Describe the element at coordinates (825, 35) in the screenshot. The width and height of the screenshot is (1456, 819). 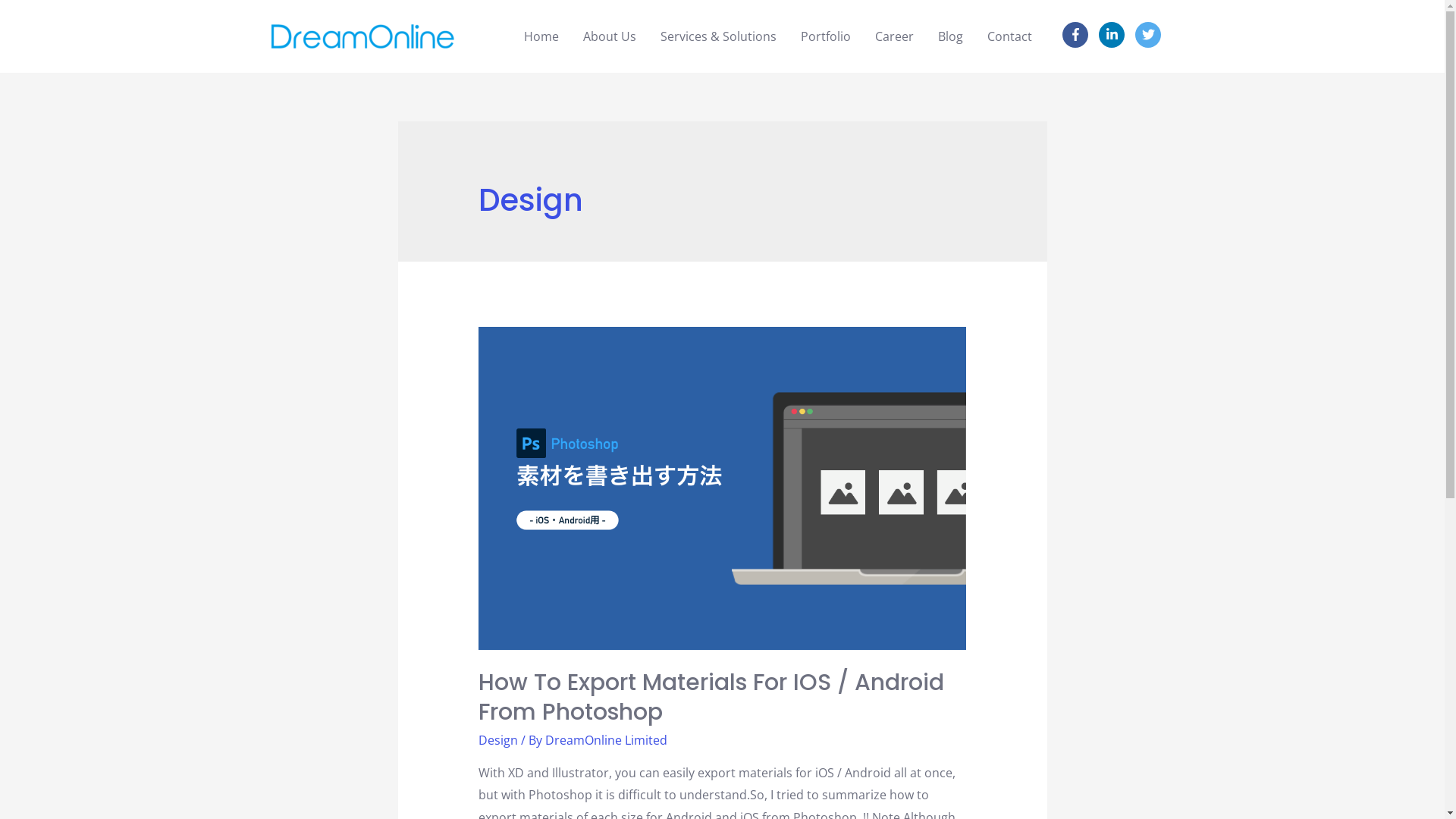
I see `'Portfolio'` at that location.